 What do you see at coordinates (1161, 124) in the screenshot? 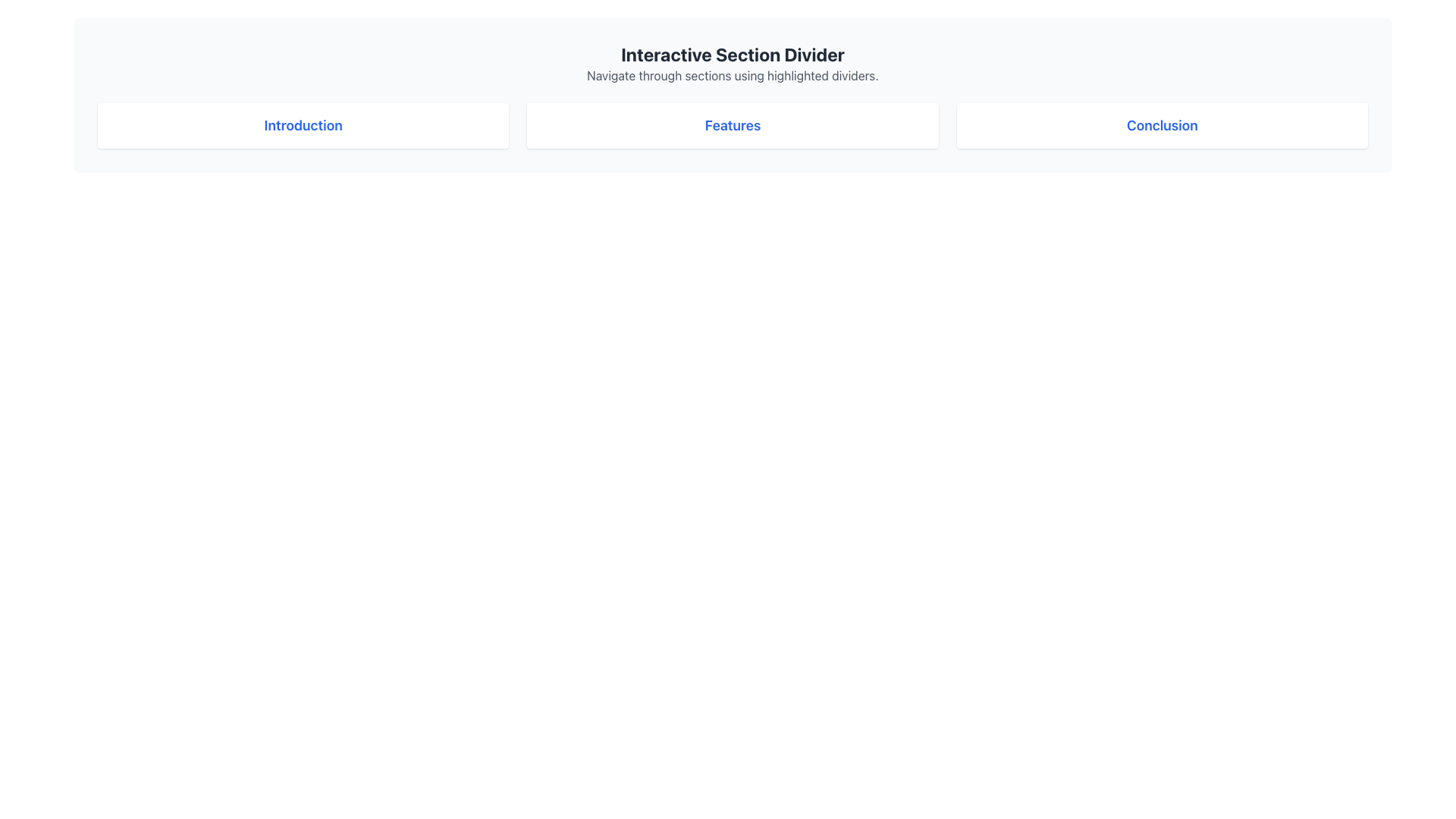
I see `text content of the label 'Conclusion', which is located within a white rounded rectangular box on the far right of a section row` at bounding box center [1161, 124].